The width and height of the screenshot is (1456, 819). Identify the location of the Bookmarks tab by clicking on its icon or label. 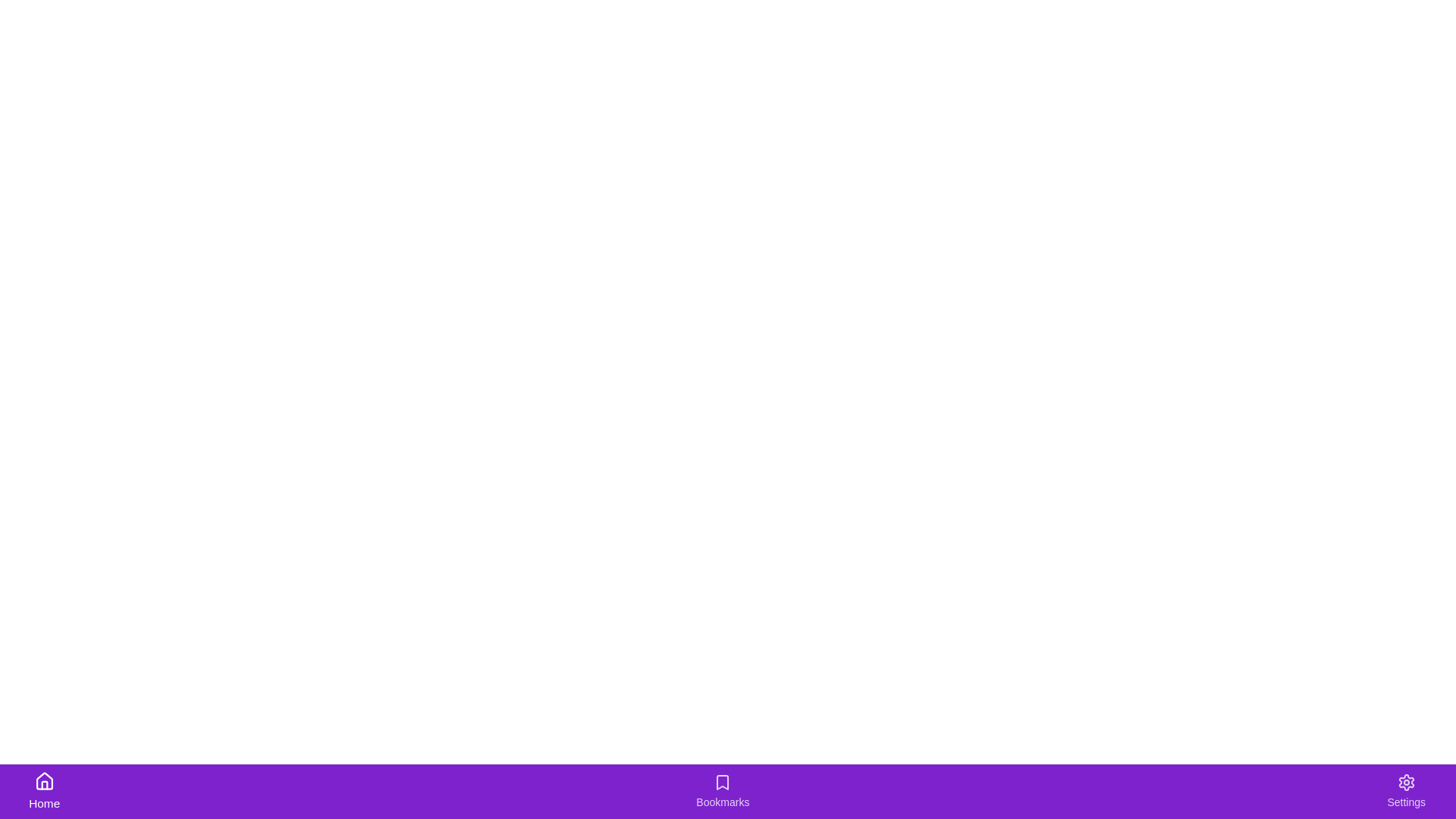
(722, 791).